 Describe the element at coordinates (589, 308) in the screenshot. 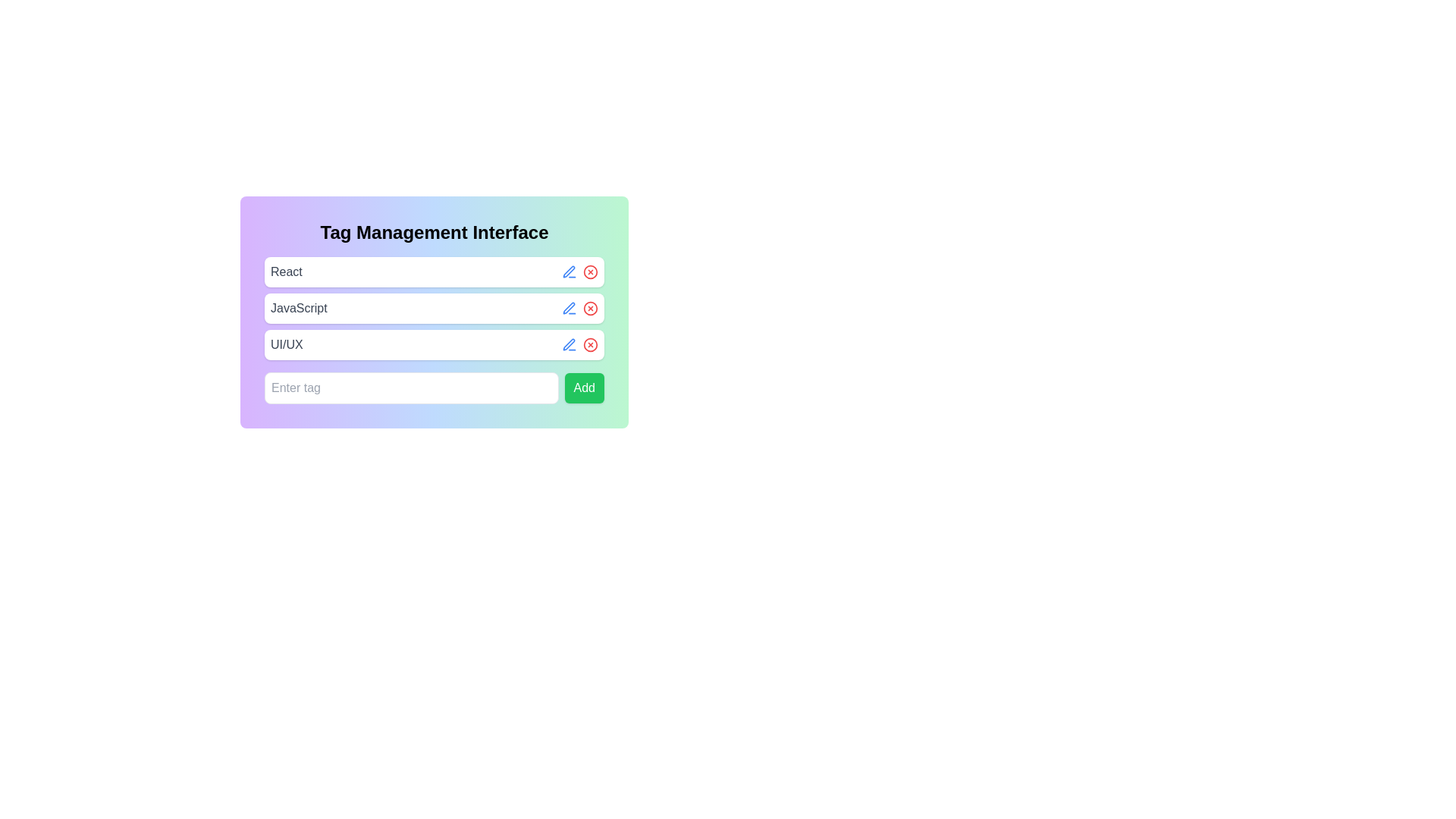

I see `the decorative SVG graphical circle that serves as a circular border for the delete icon, located to the right of the 'JavaScript' text input` at that location.